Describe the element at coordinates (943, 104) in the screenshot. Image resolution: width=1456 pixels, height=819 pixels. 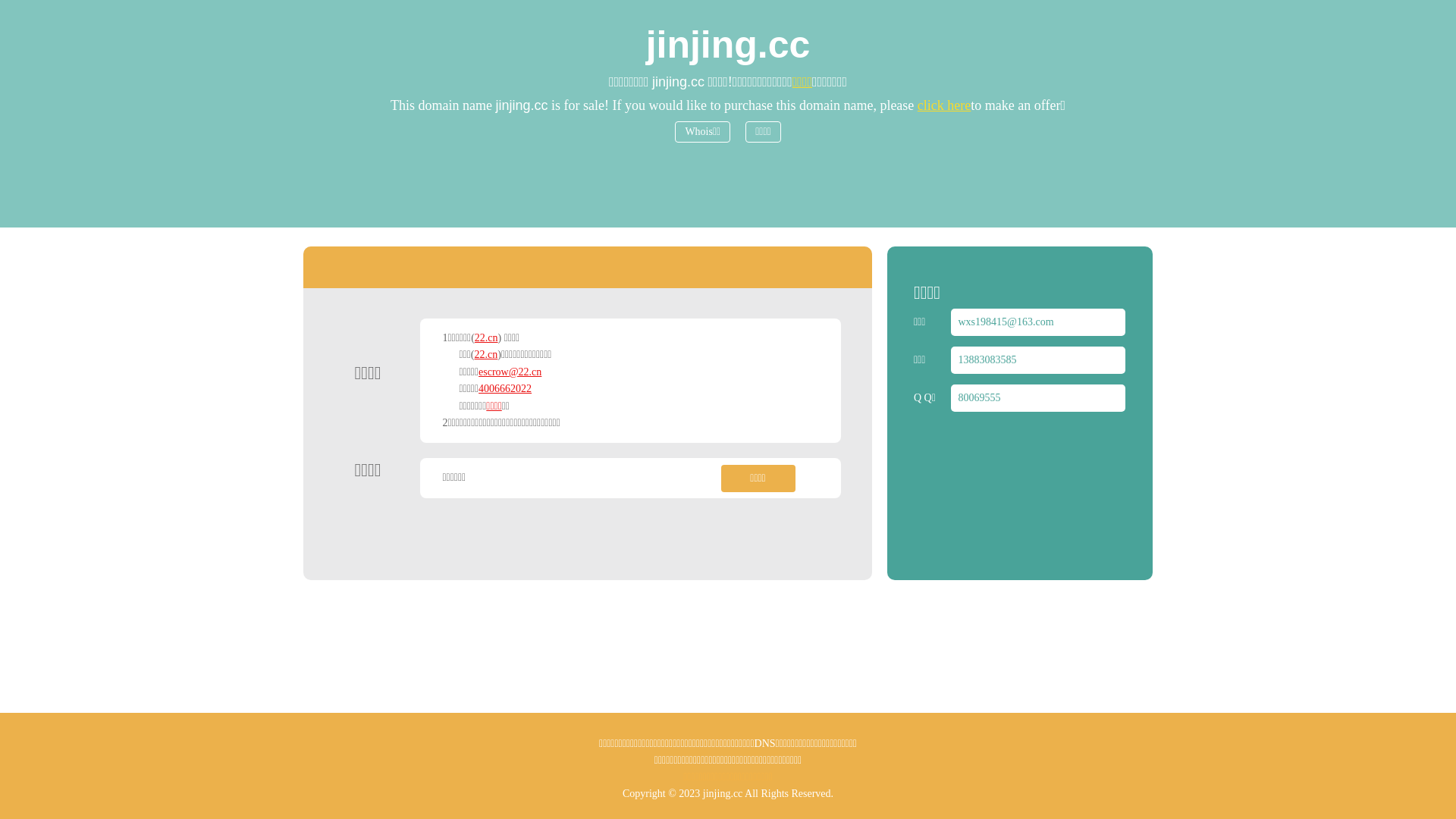
I see `'click here'` at that location.